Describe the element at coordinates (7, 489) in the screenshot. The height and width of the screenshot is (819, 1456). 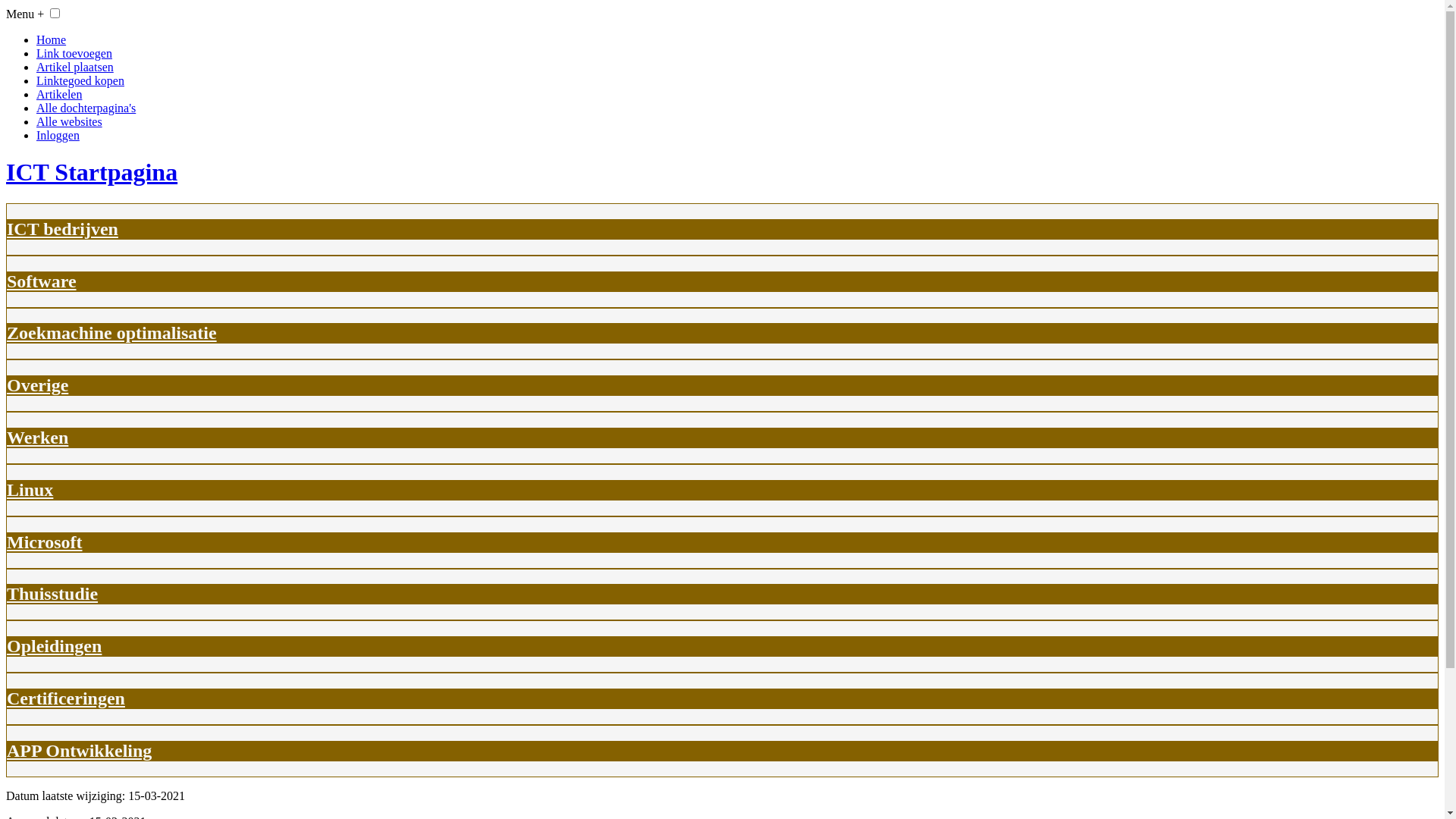
I see `'Linux'` at that location.